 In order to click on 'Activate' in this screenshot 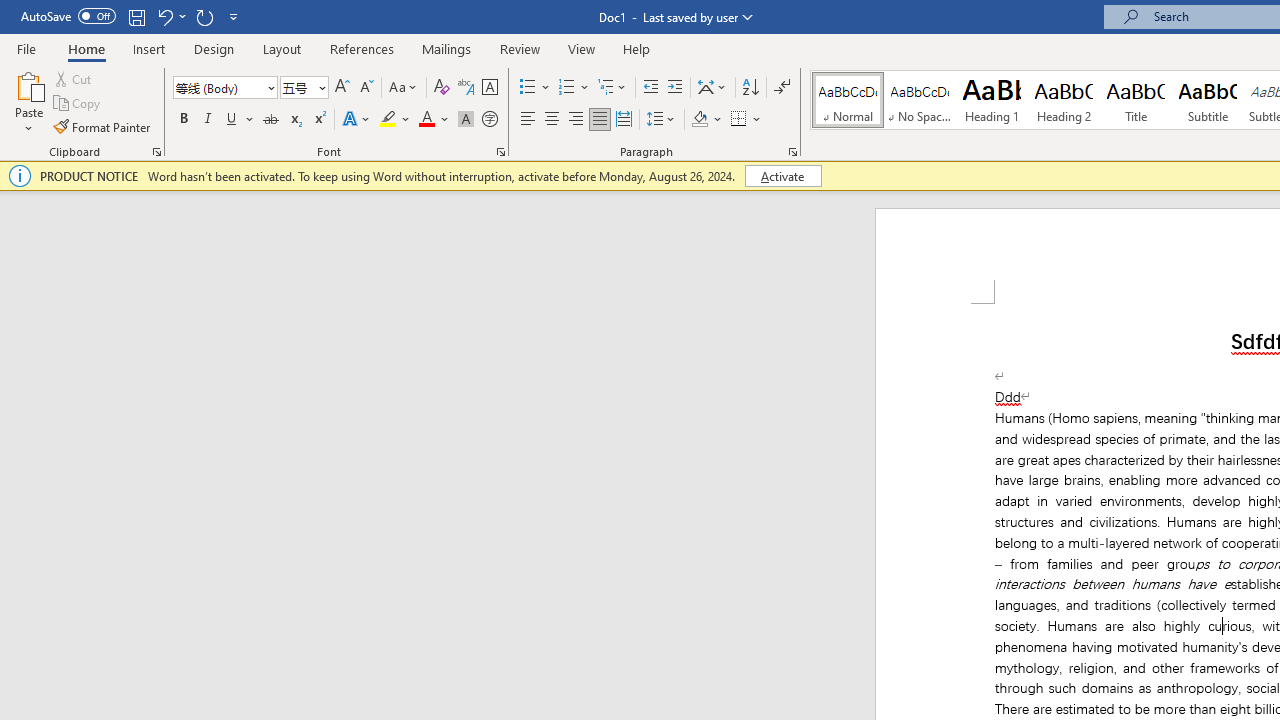, I will do `click(782, 175)`.